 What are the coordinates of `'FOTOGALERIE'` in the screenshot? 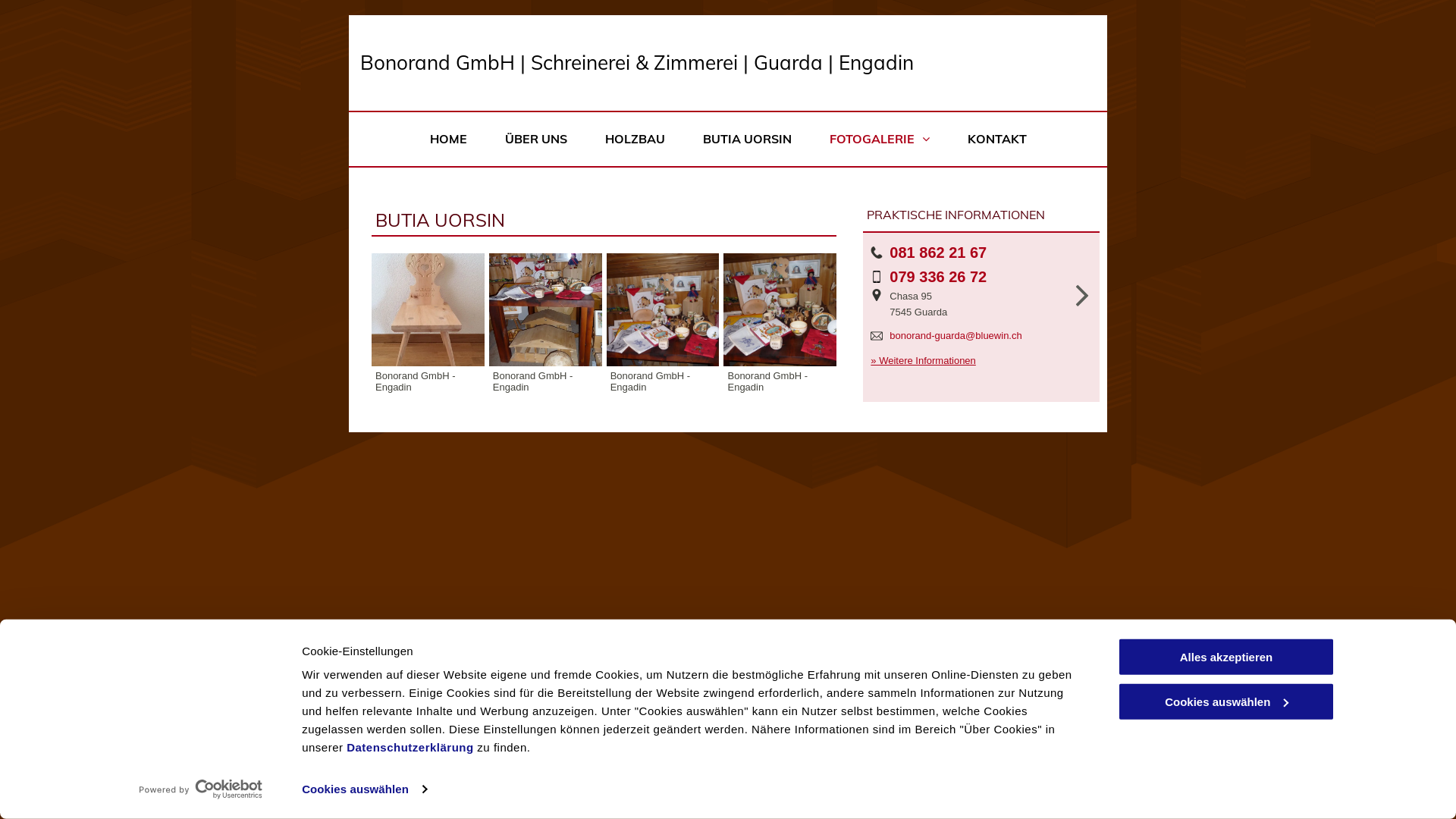 It's located at (809, 139).